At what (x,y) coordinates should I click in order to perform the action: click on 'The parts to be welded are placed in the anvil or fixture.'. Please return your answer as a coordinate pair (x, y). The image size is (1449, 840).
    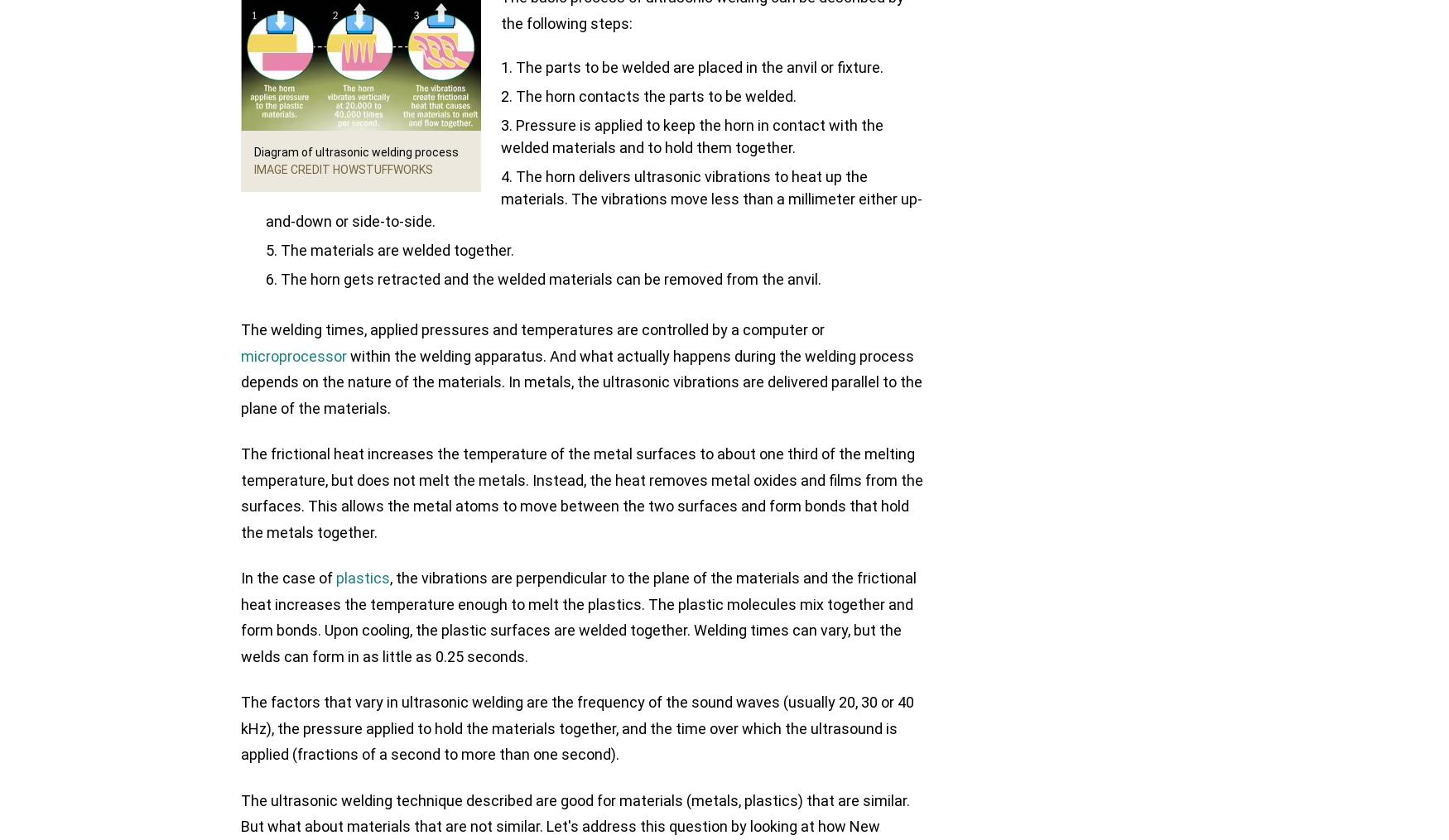
    Looking at the image, I should click on (700, 67).